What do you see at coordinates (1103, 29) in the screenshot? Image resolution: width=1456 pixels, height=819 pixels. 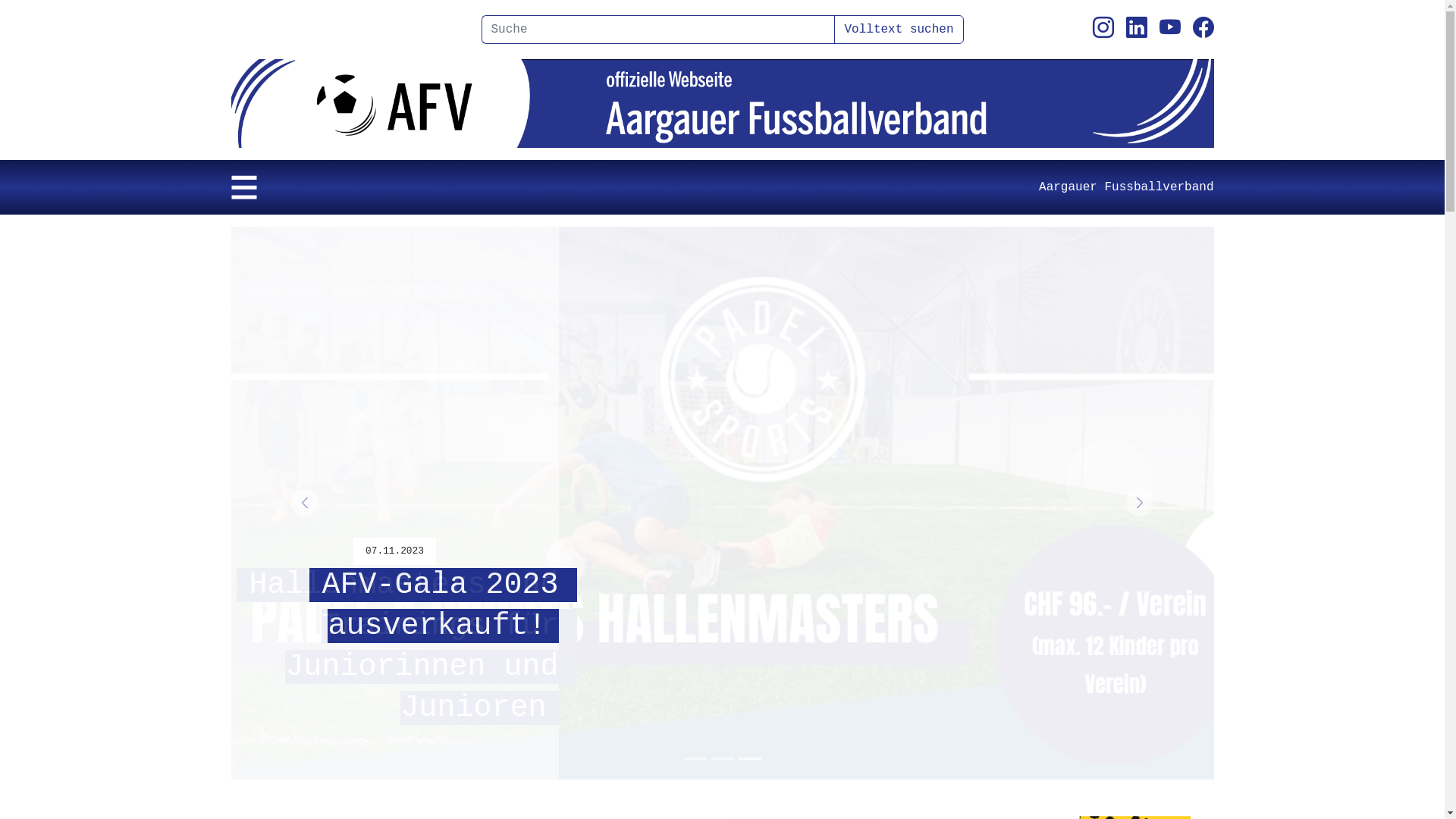 I see `'Instagram'` at bounding box center [1103, 29].